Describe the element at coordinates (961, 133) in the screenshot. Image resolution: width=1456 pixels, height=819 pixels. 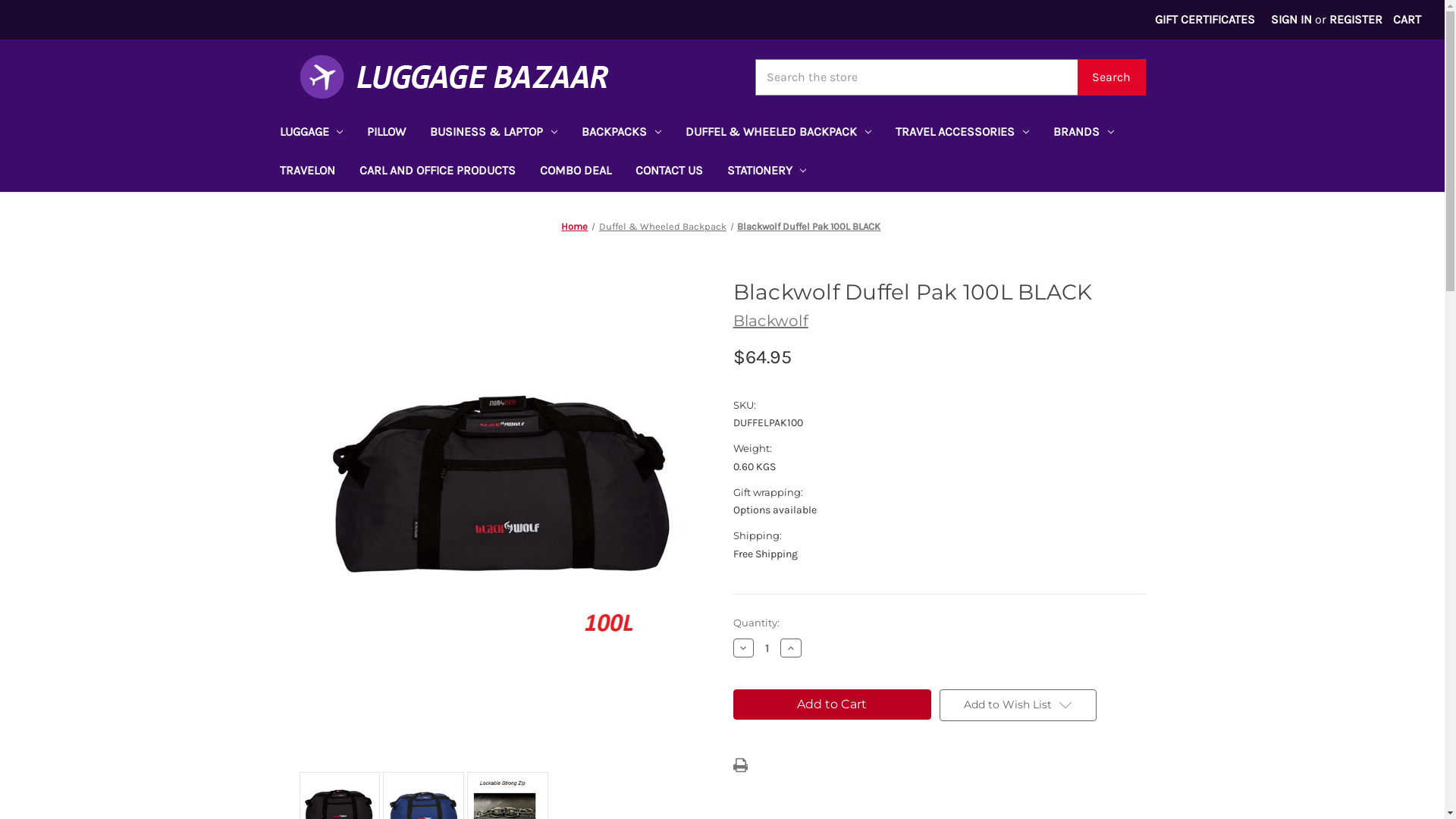
I see `'TRAVEL ACCESSORIES'` at that location.